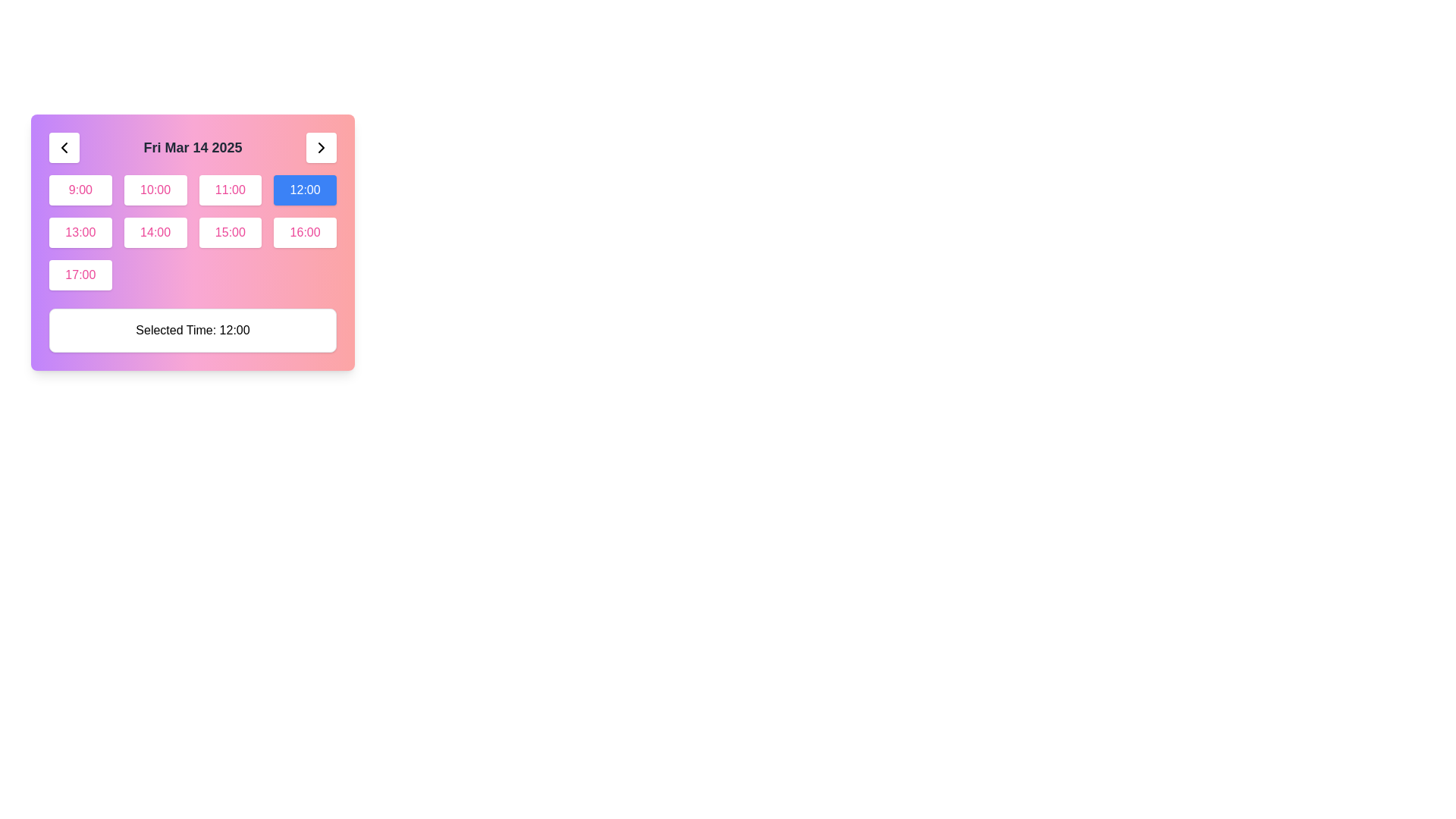 The image size is (1456, 819). I want to click on the interactive time selection button for '14:00' located in the second row, second column under 'Fri Mar 14 2025', so click(155, 233).